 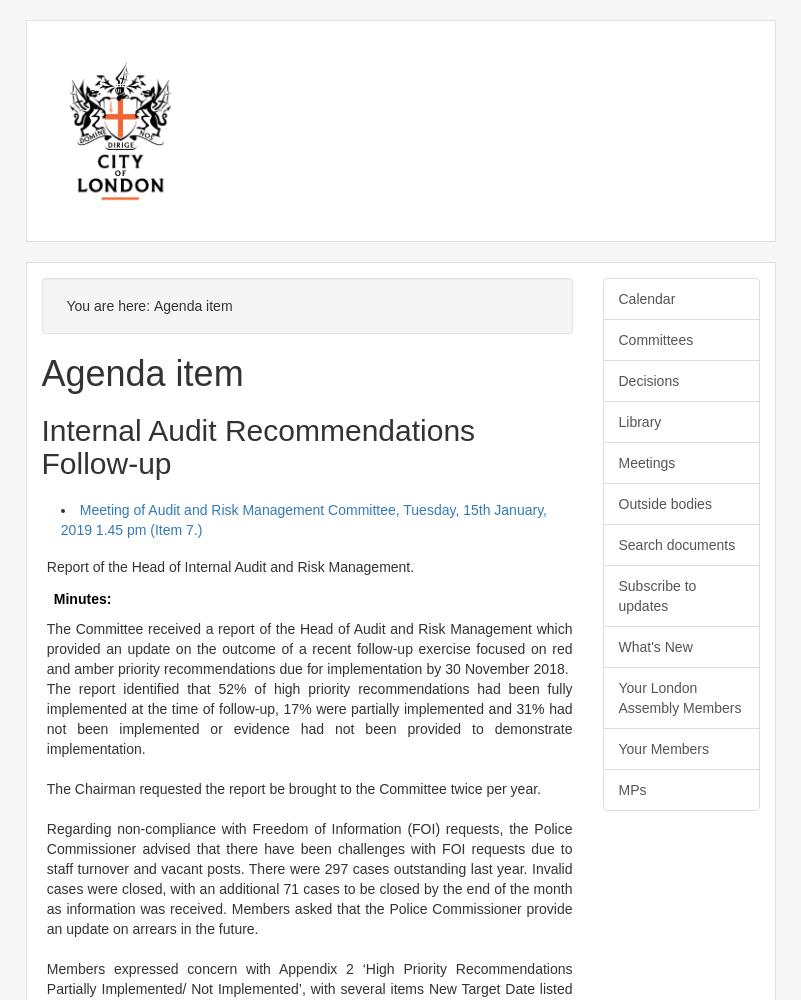 What do you see at coordinates (109, 306) in the screenshot?
I see `'You are here:'` at bounding box center [109, 306].